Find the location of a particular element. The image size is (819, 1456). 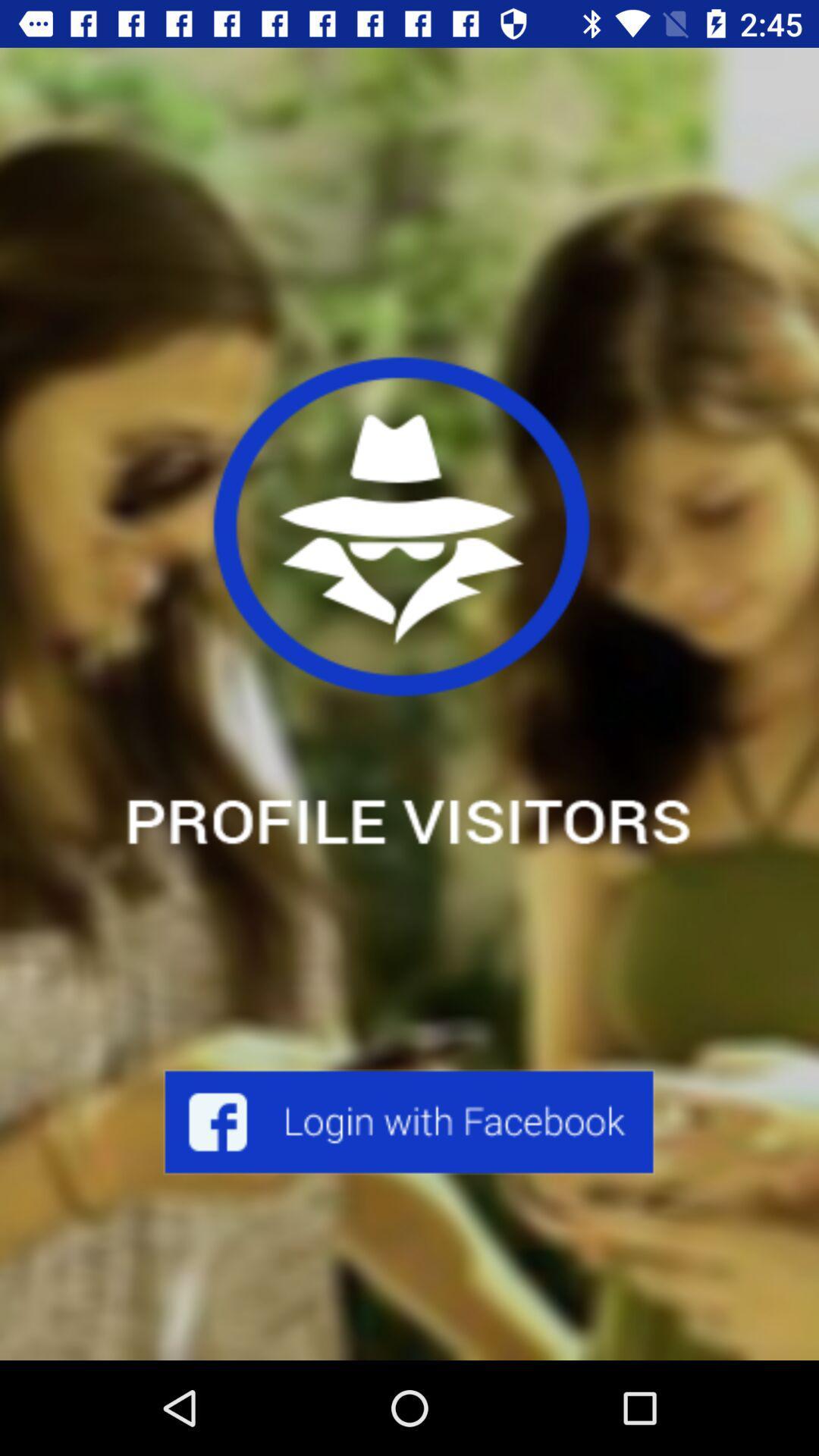

log in with fb is located at coordinates (408, 1122).